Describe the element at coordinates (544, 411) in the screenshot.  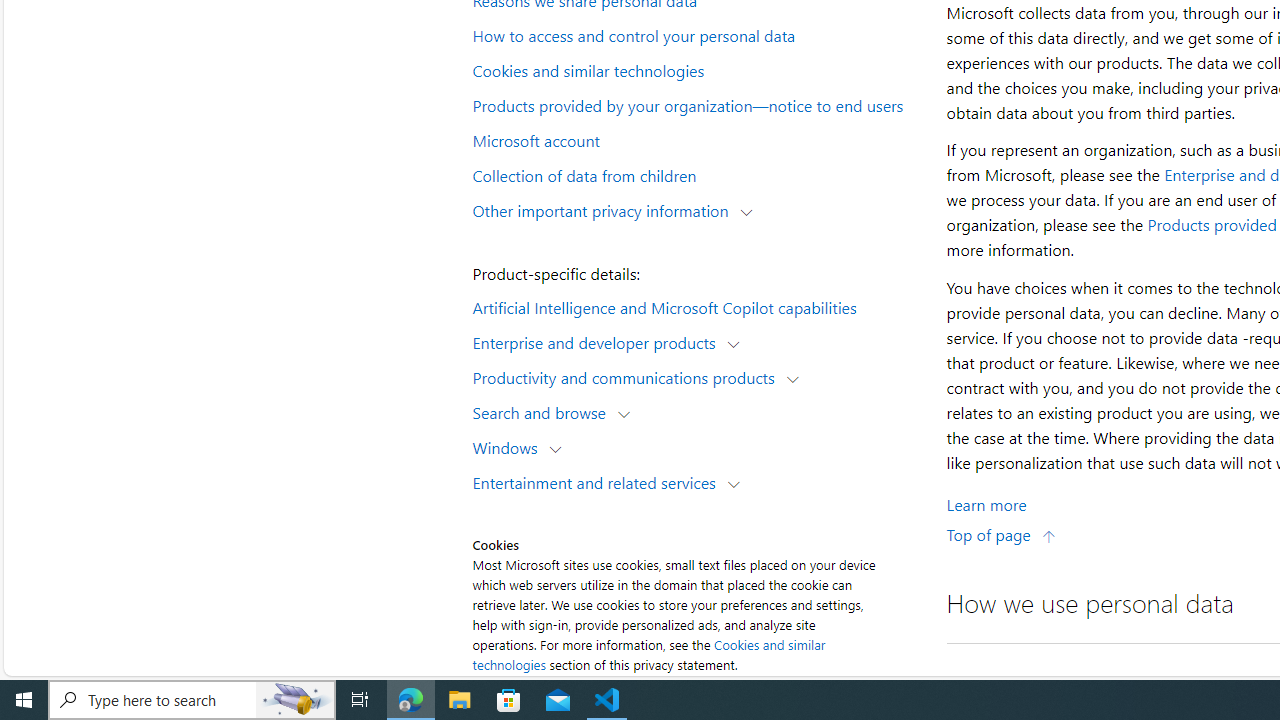
I see `'Search and browse'` at that location.